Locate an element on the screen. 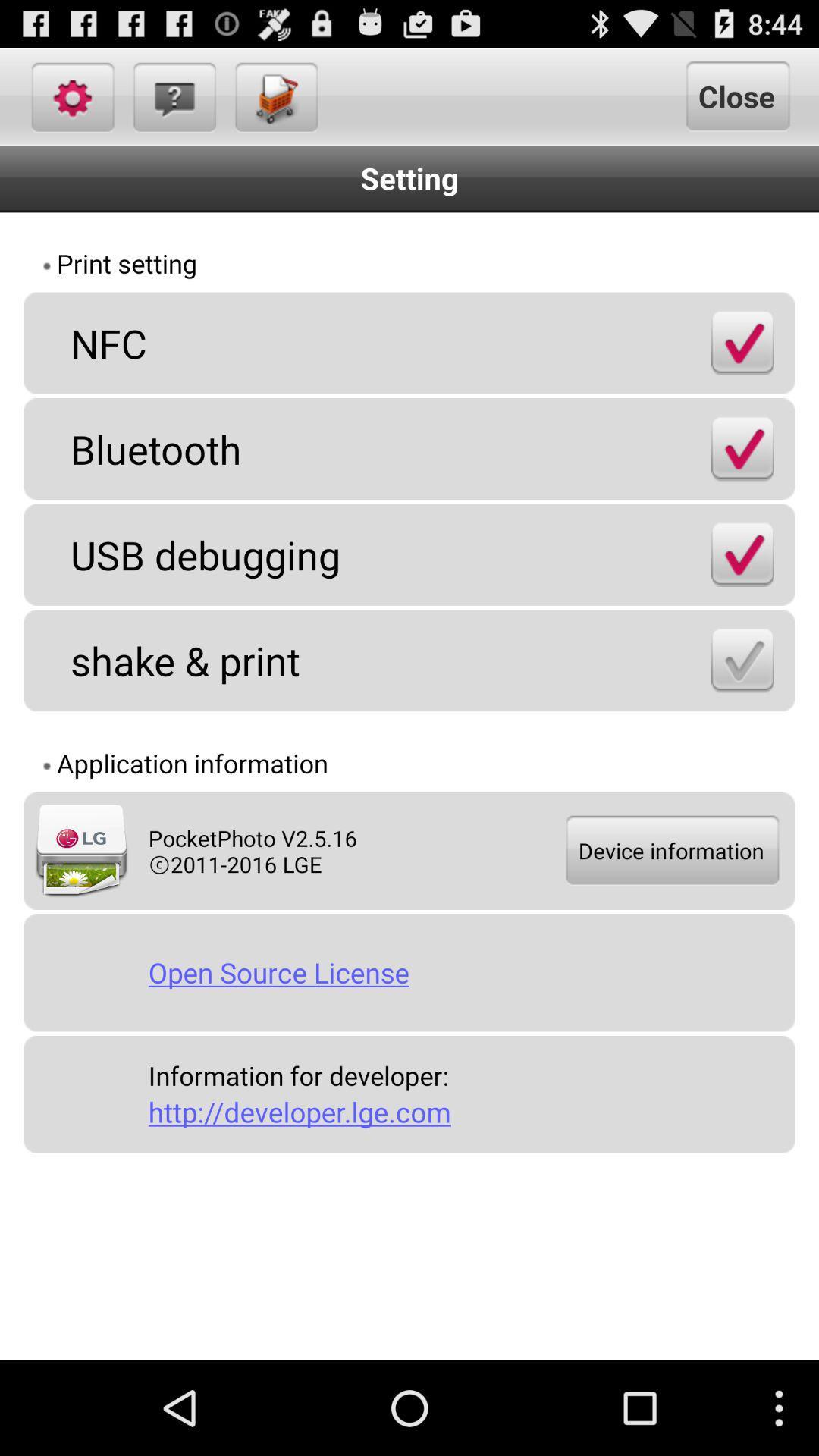  item to the right of print setting app is located at coordinates (695, 265).